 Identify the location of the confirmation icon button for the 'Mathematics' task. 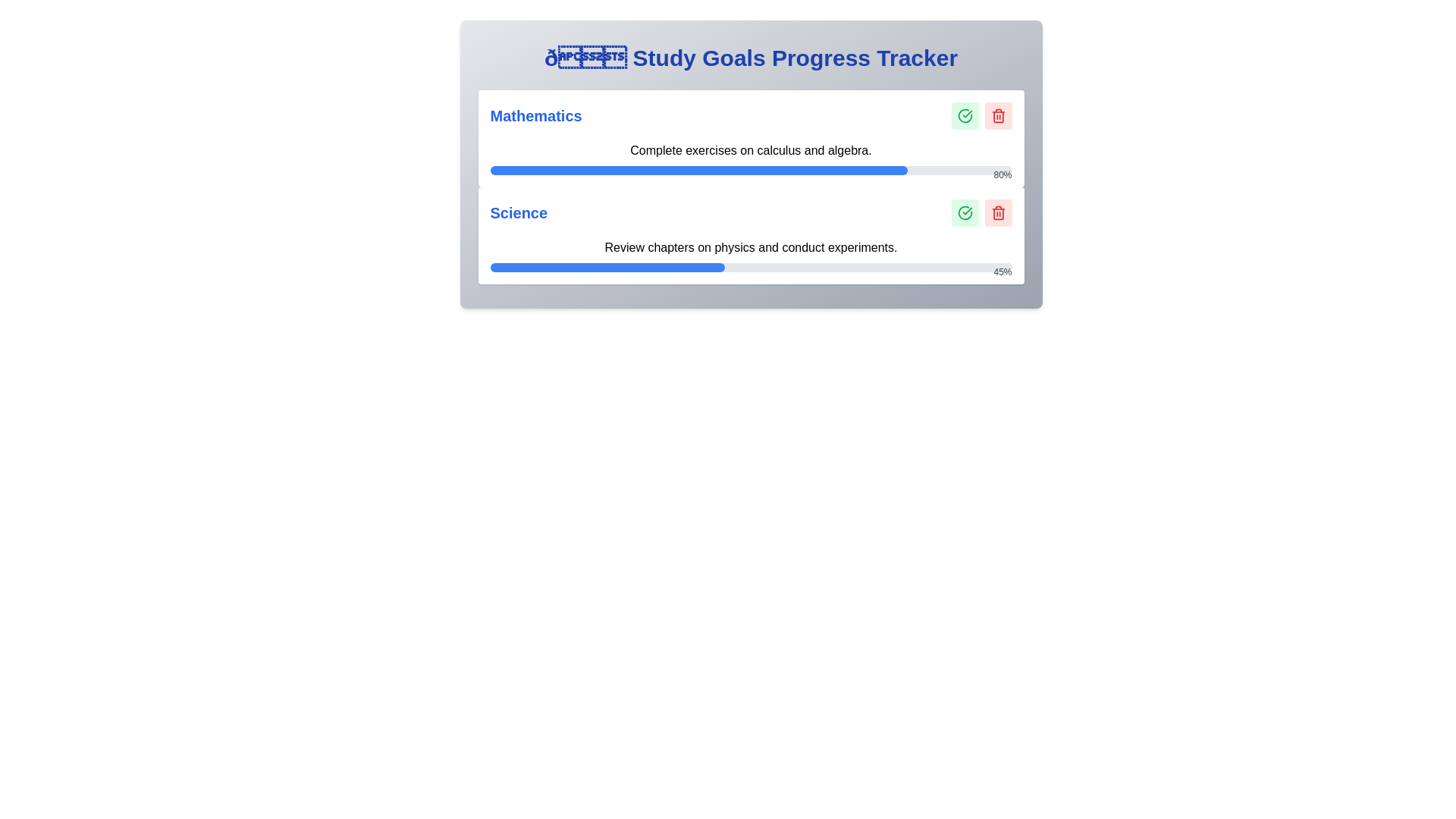
(964, 115).